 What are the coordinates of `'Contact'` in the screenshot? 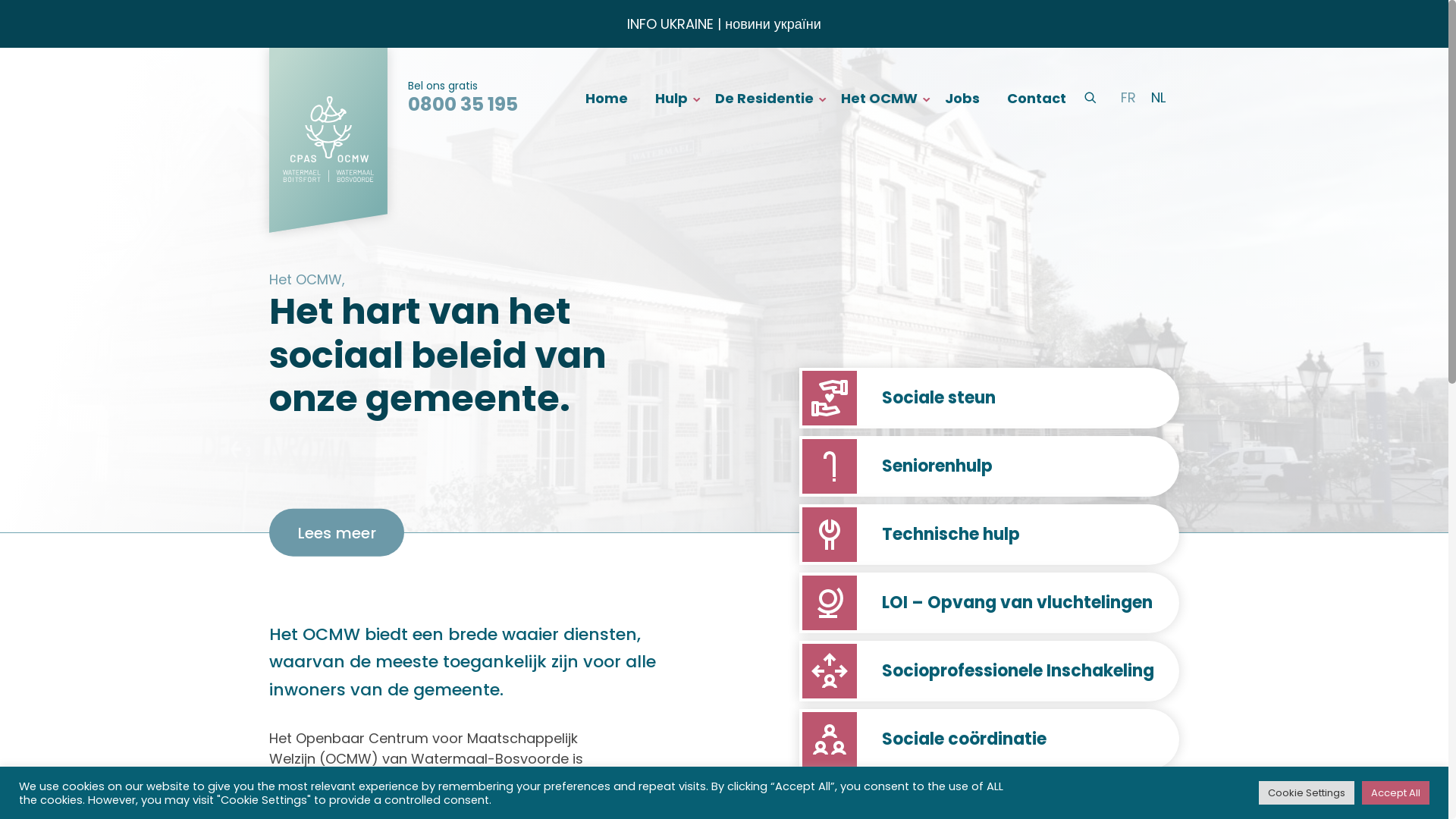 It's located at (1007, 97).